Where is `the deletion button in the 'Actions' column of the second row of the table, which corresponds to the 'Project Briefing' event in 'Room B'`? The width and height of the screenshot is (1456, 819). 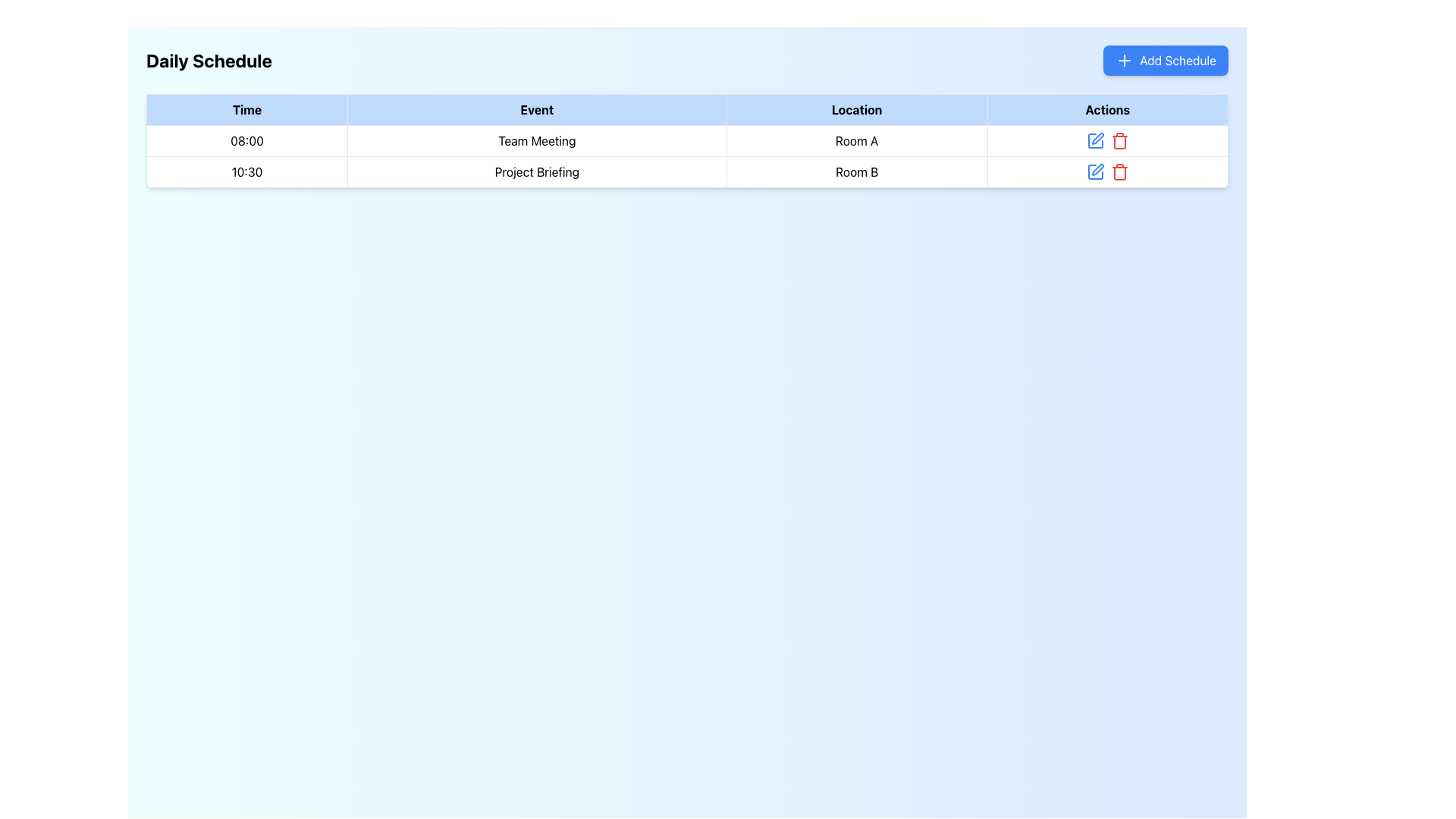 the deletion button in the 'Actions' column of the second row of the table, which corresponds to the 'Project Briefing' event in 'Room B' is located at coordinates (1119, 171).